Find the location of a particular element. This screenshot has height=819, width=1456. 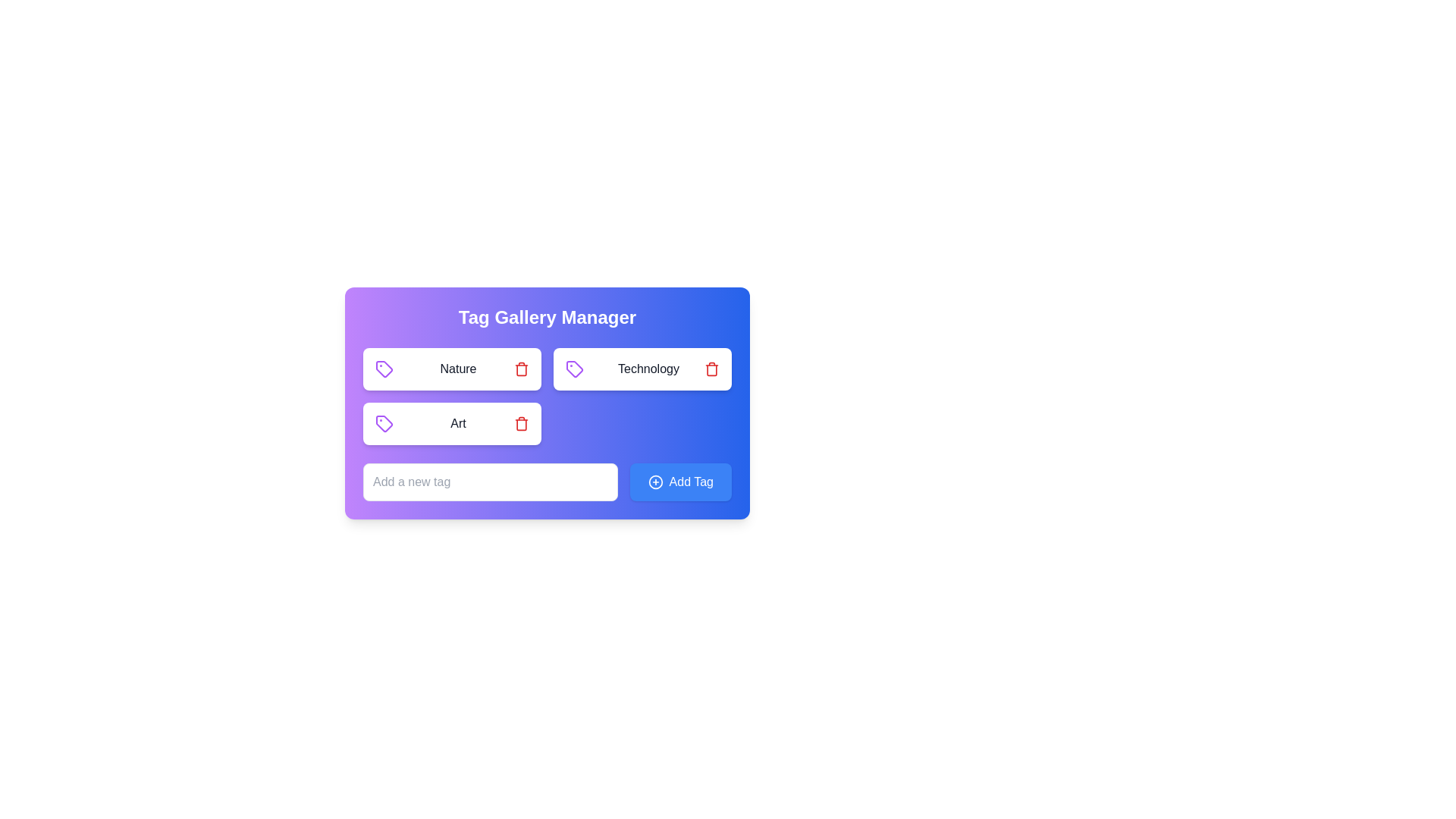

the purple tag icon located to the left of the text 'Art', which is the first visual component in the 'Art' tag group is located at coordinates (384, 424).